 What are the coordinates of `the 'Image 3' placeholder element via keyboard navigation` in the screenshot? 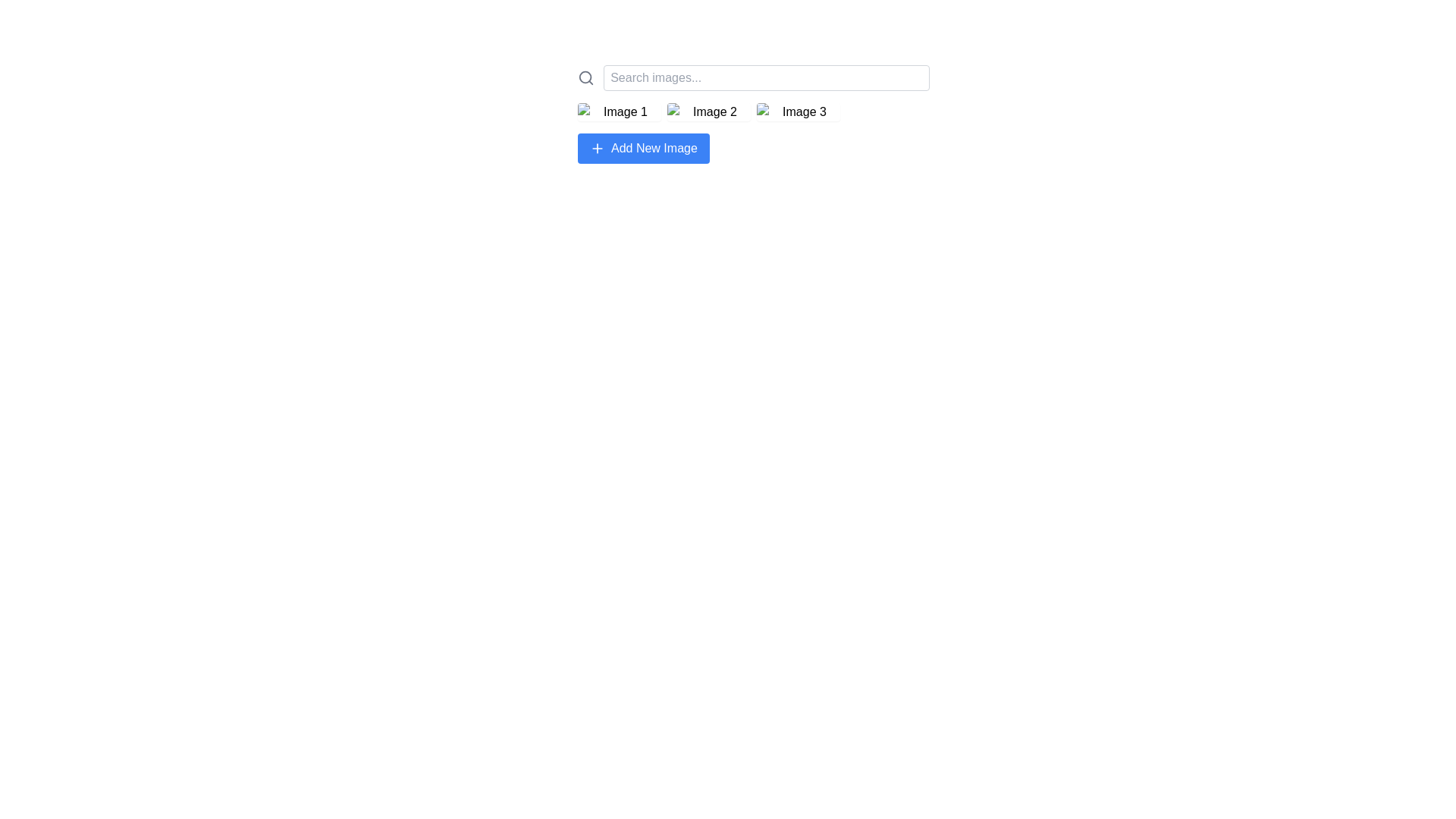 It's located at (797, 111).